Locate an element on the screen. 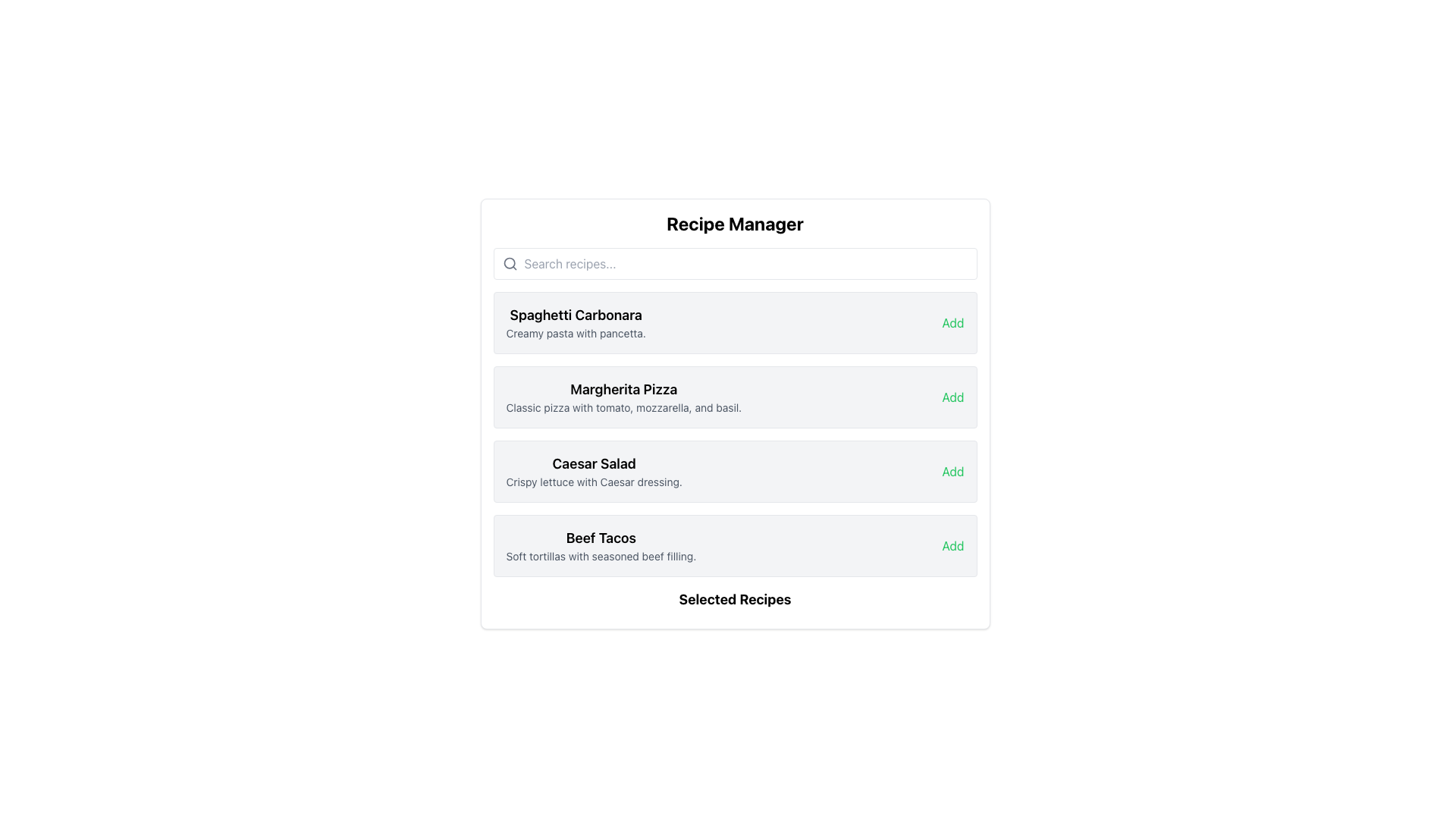 The width and height of the screenshot is (1456, 819). the text label displaying 'Margherita Pizza', which is prominently located above 'Caesar Salad' and below 'Spaghetti Carbonara' is located at coordinates (623, 388).